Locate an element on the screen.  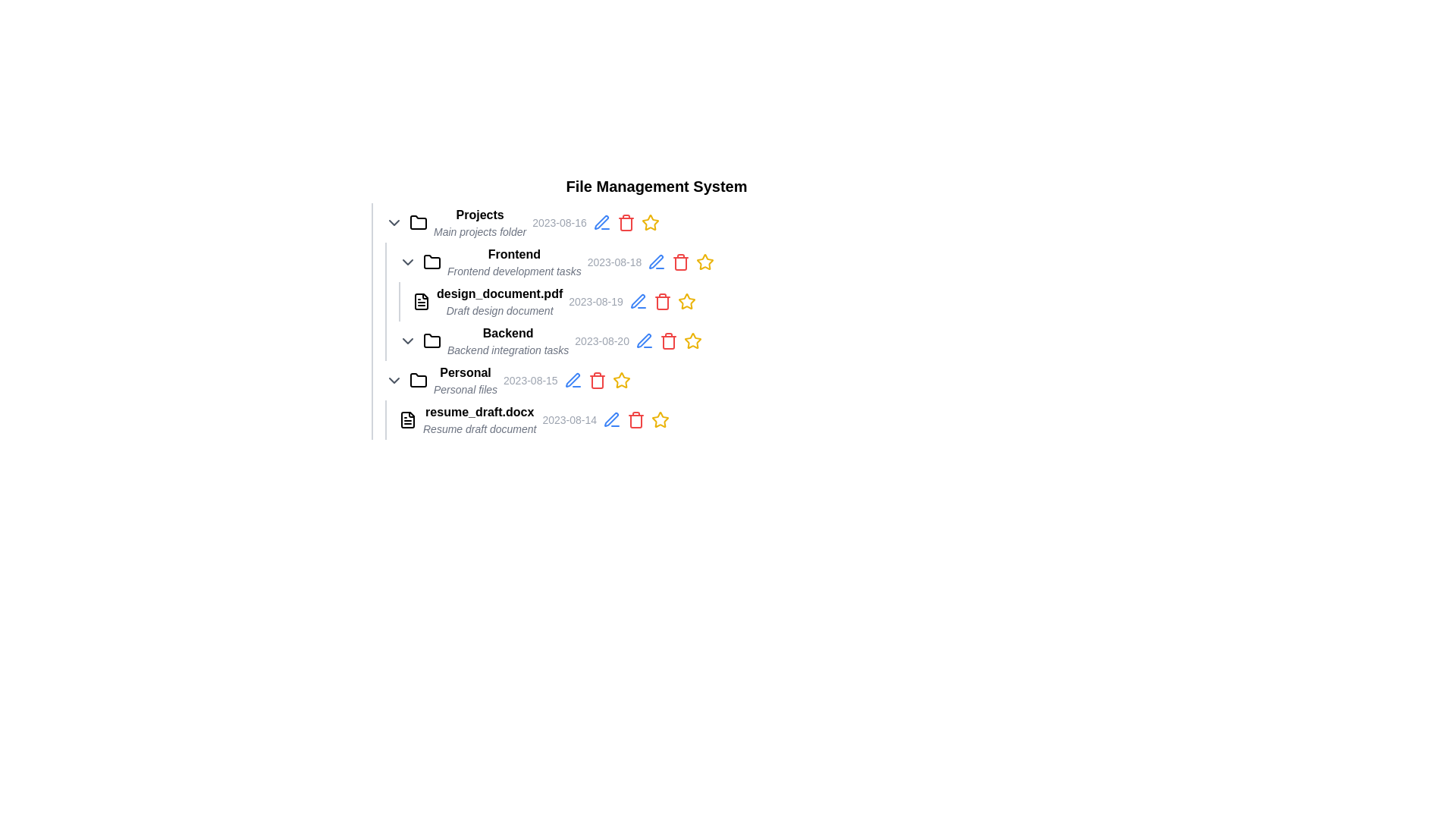
the bold black text label 'Frontend' located centrally in the file hierarchy under the 'Projects' folder to interact with the associated folder is located at coordinates (514, 253).